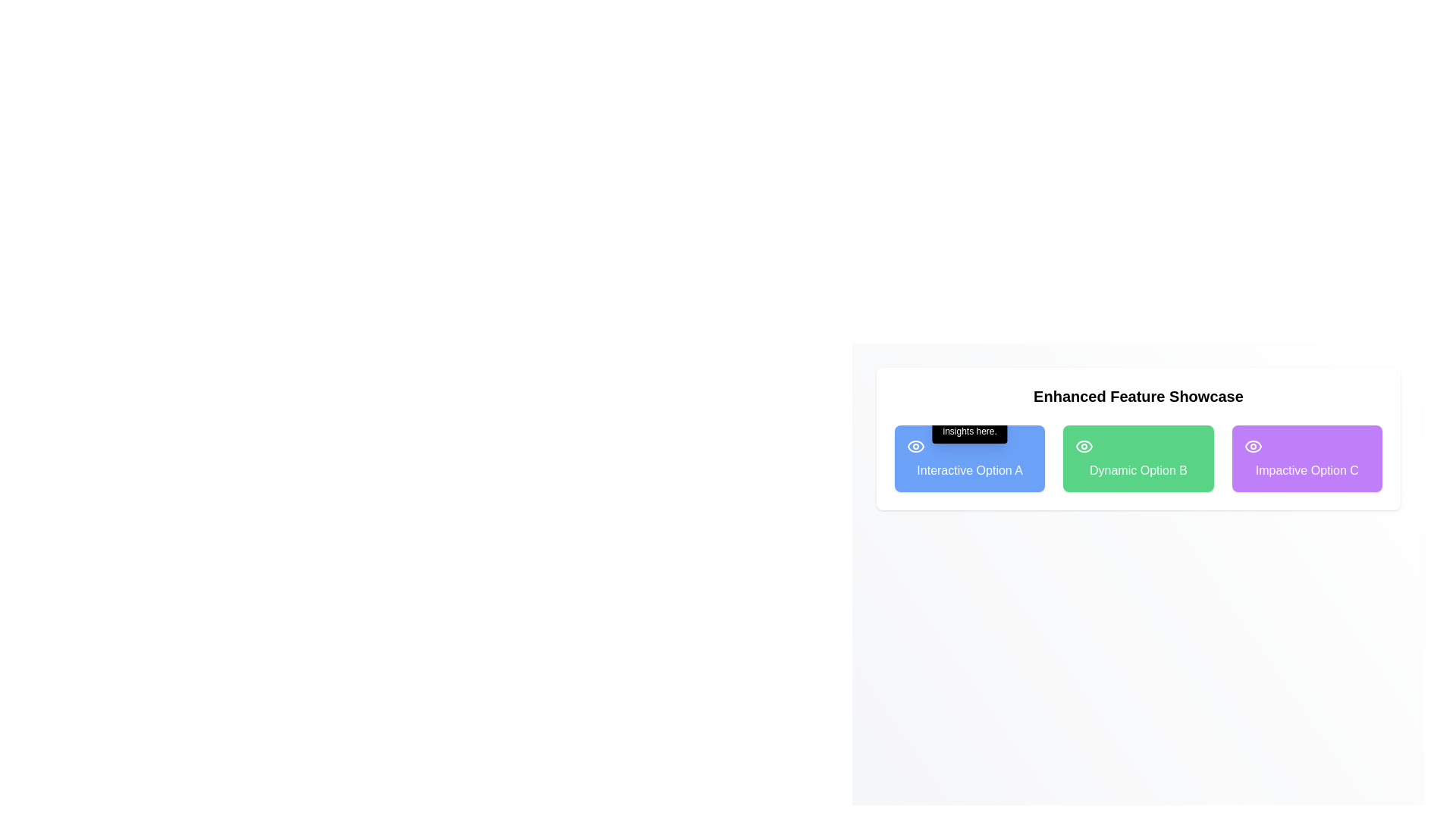 The width and height of the screenshot is (1456, 819). Describe the element at coordinates (1138, 469) in the screenshot. I see `the text label 'Dynamic Option B' displayed within a green card-like box, positioned between 'Interactive Option A' and 'Impactive Option C'` at that location.